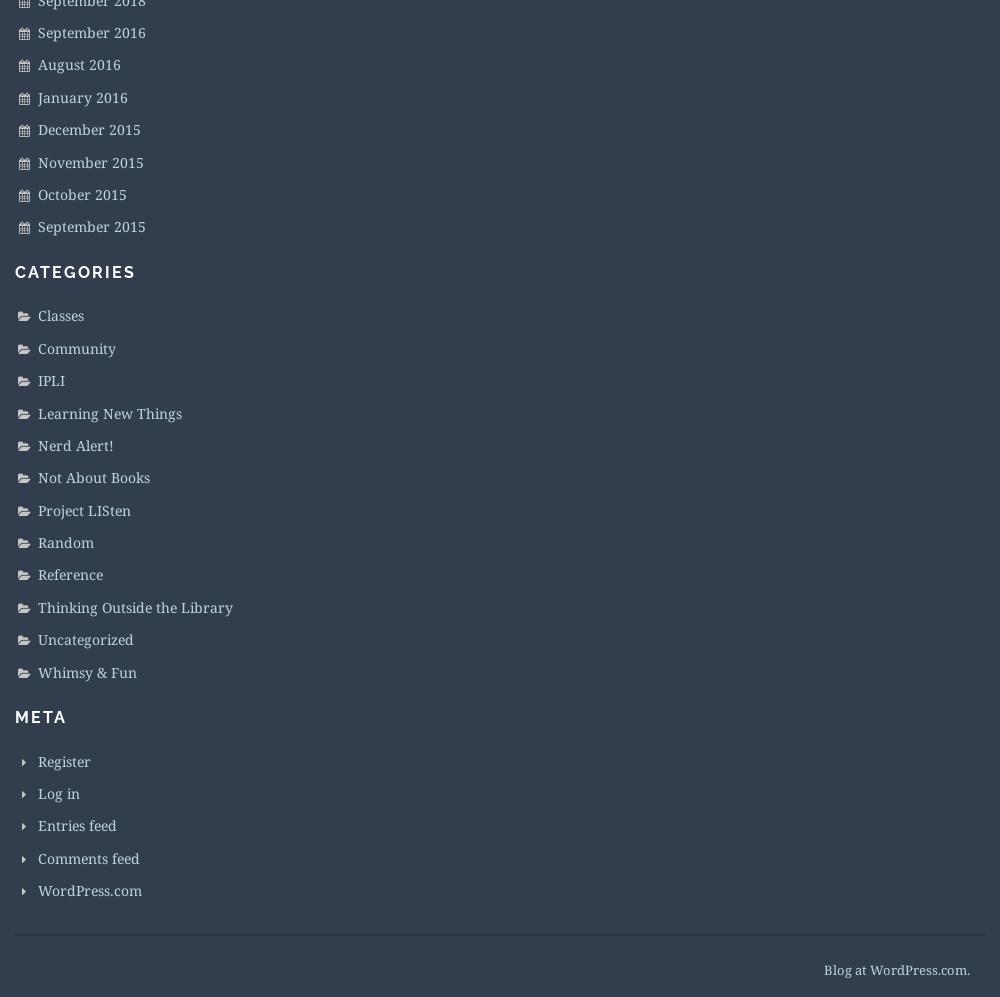 The height and width of the screenshot is (997, 1000). I want to click on 'Register', so click(63, 760).